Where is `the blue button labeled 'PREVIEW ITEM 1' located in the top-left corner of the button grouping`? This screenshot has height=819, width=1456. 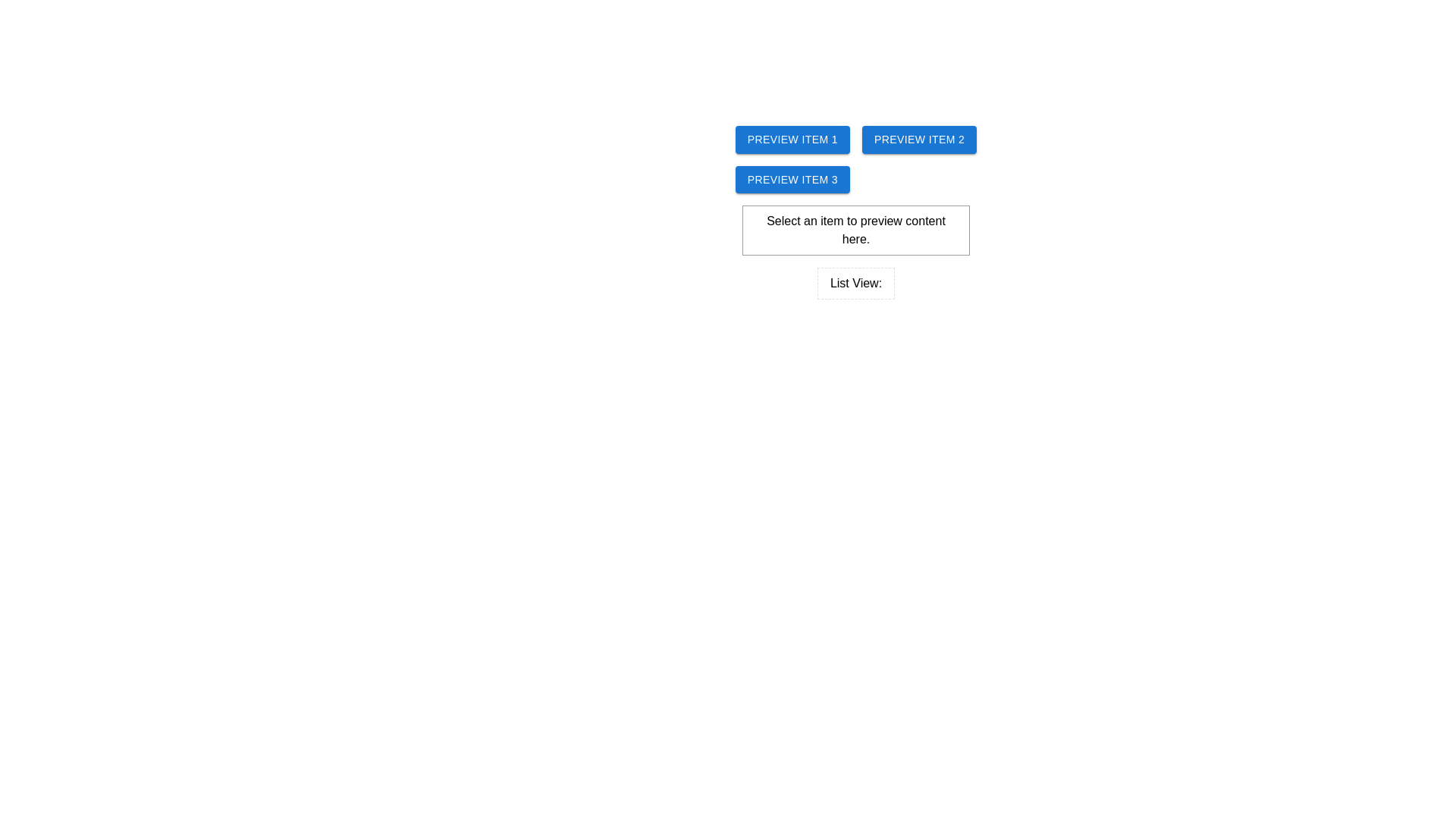 the blue button labeled 'PREVIEW ITEM 1' located in the top-left corner of the button grouping is located at coordinates (792, 140).